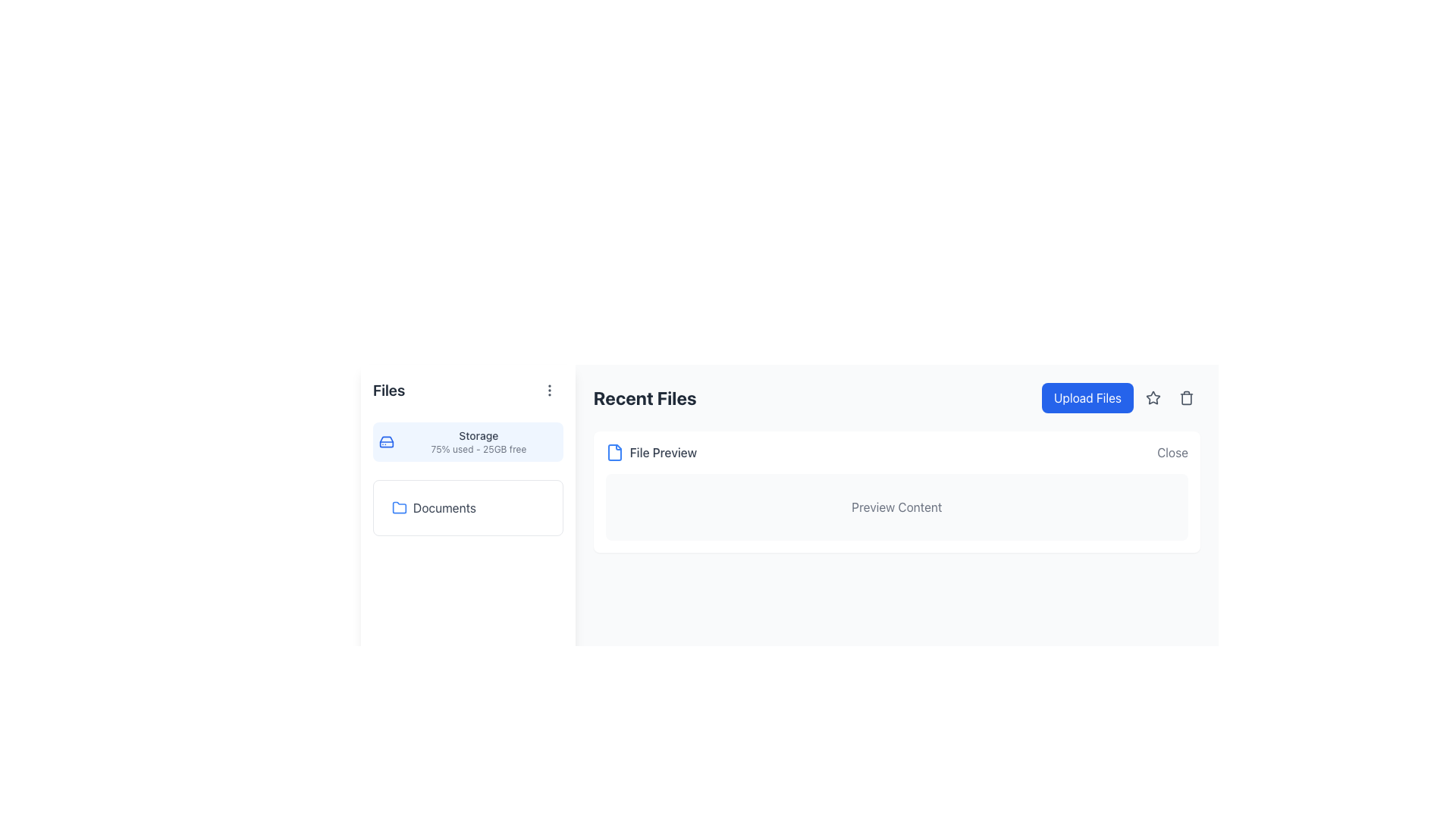 The height and width of the screenshot is (819, 1456). What do you see at coordinates (614, 452) in the screenshot?
I see `the file icon with a blue outline, located to the left of the 'File Preview' text in the 'Recent Files' section` at bounding box center [614, 452].